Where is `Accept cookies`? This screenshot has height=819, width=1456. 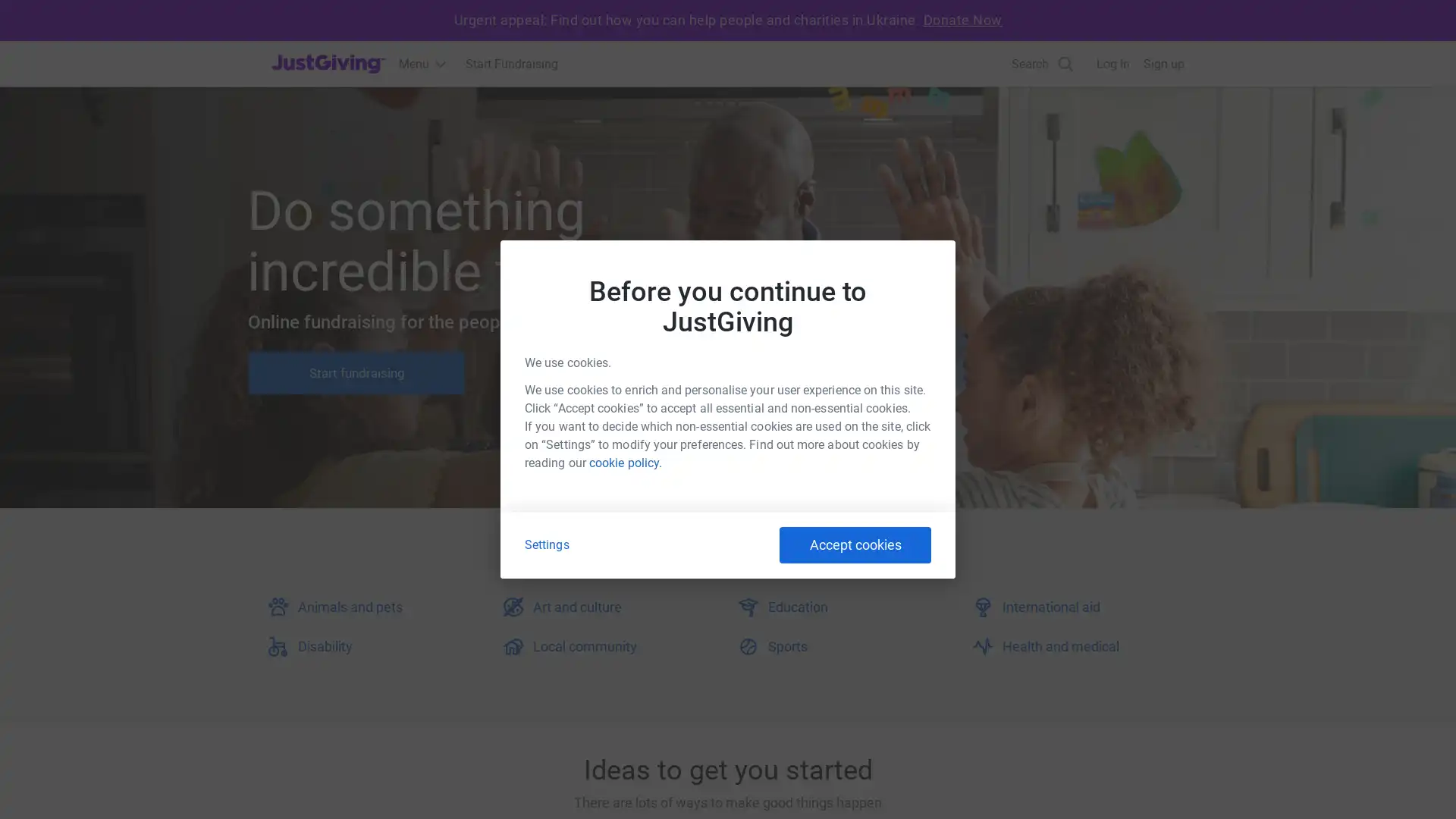 Accept cookies is located at coordinates (855, 544).